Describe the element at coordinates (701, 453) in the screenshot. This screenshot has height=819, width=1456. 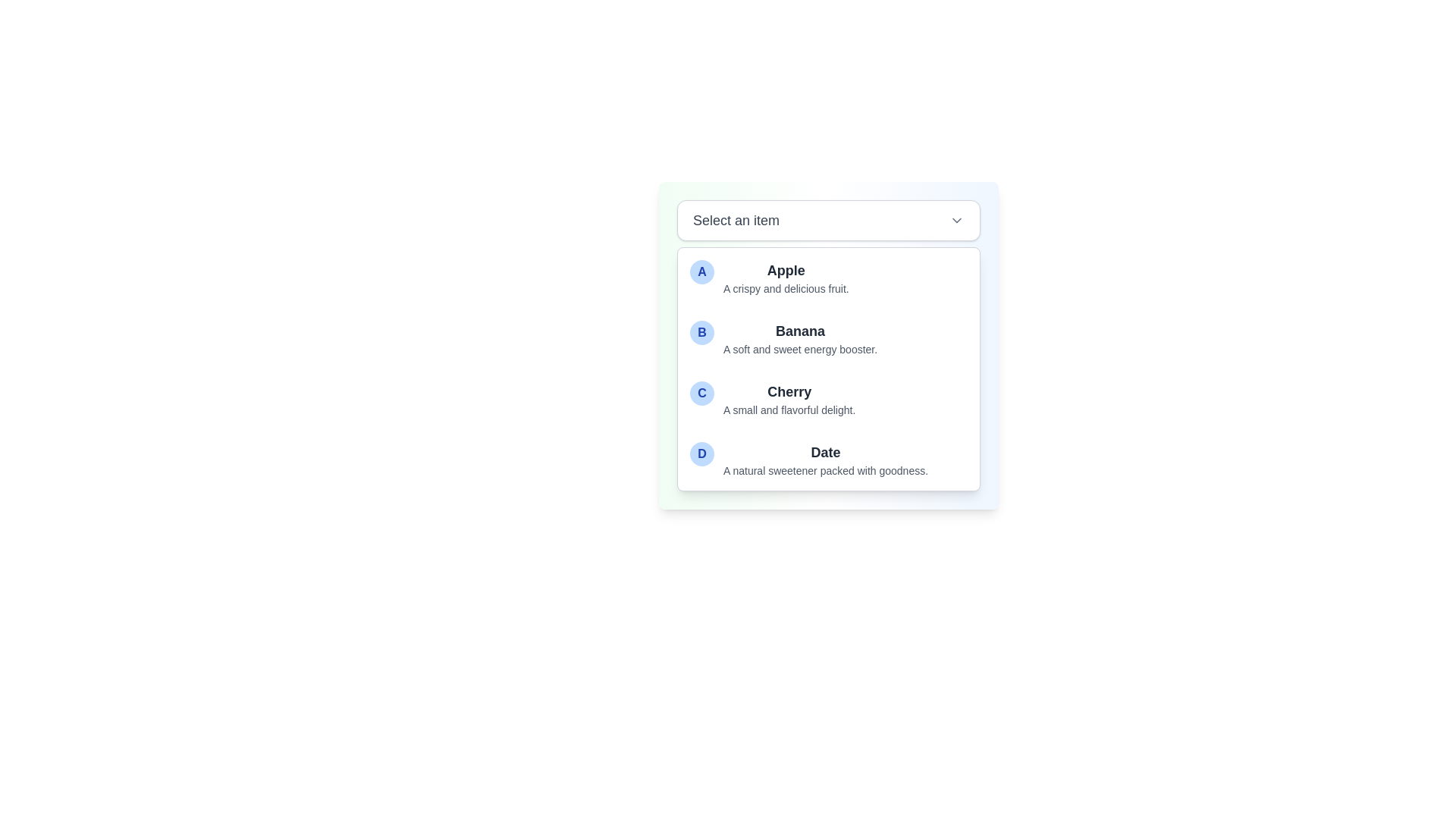
I see `the decorative icon representing the 'Date' item in the selectable list, which is positioned at the very left of the 'Date' entry` at that location.